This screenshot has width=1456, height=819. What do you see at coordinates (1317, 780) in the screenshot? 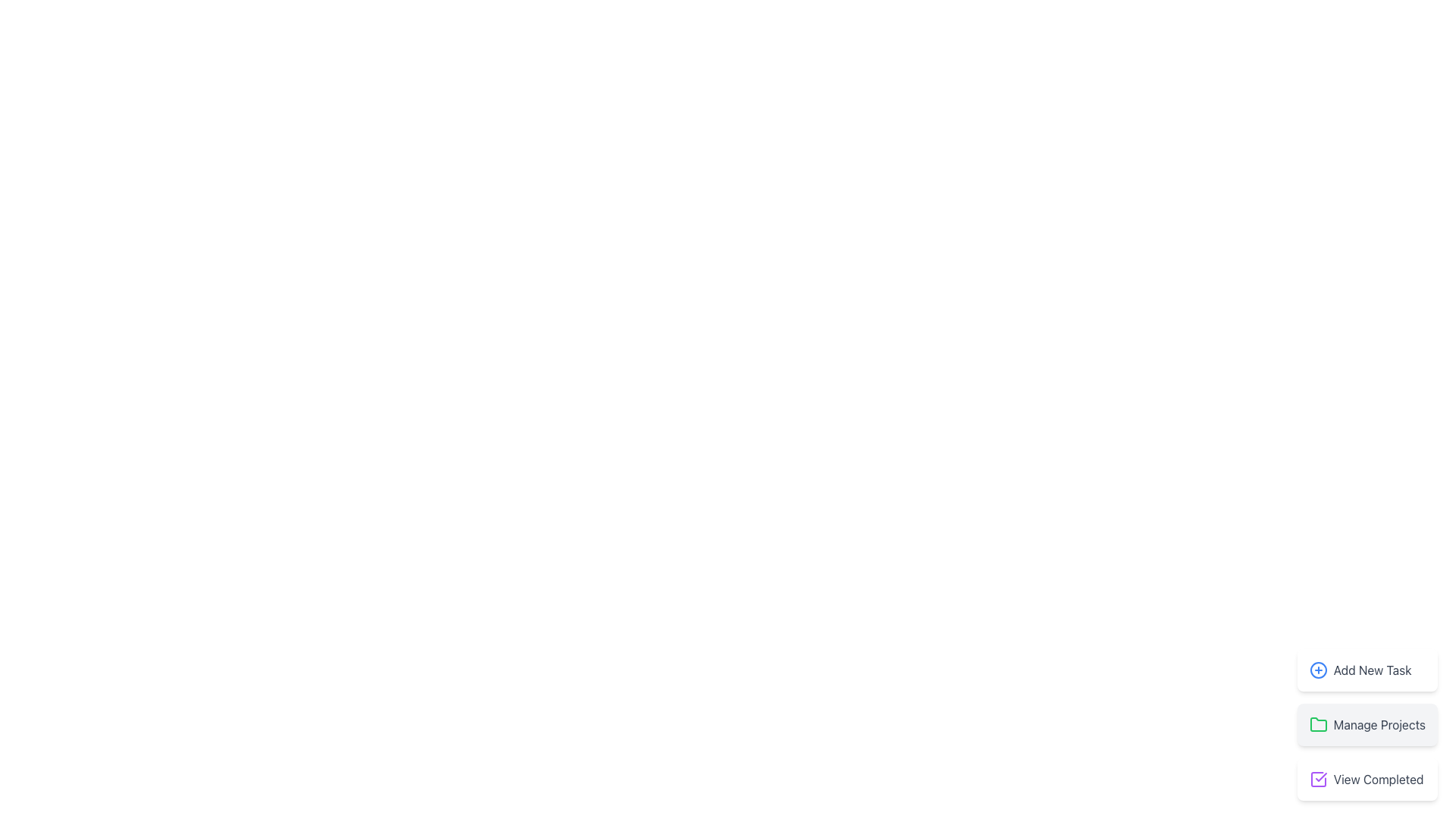
I see `the completed state icon located in the right-side column of options, positioned below 'Manage Projects' and above 'View Completed'` at bounding box center [1317, 780].